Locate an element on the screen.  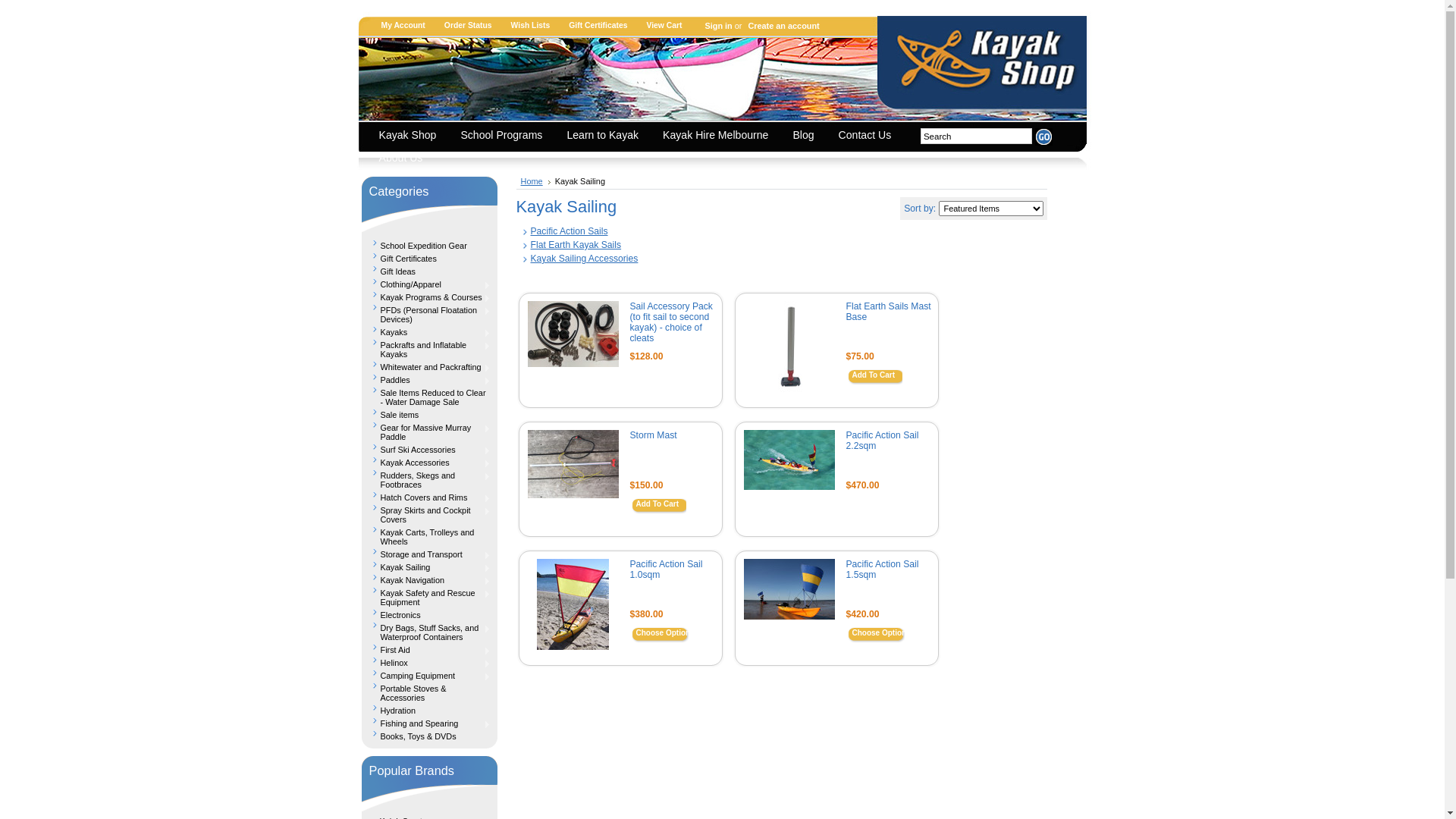
'Hydration' is located at coordinates (428, 708).